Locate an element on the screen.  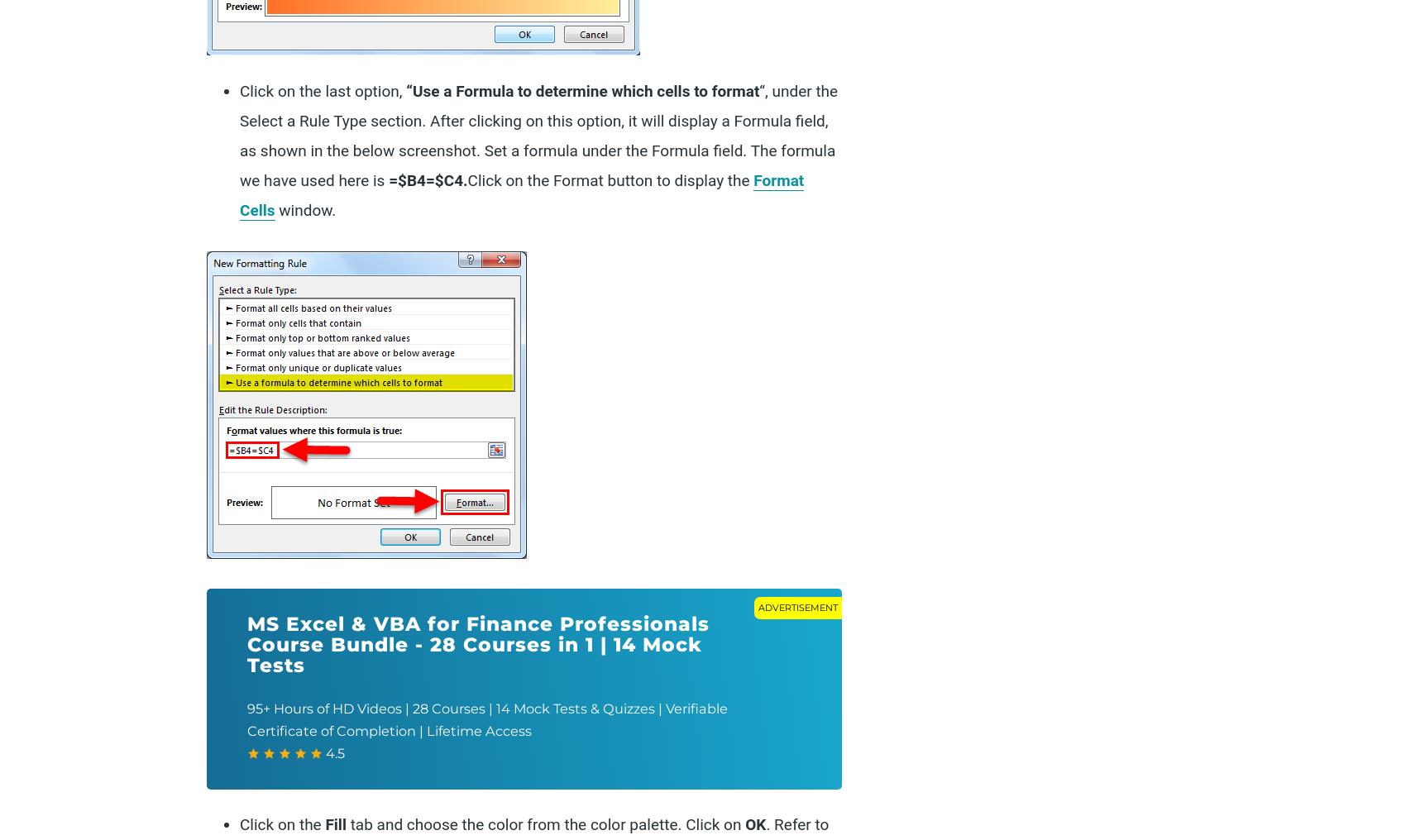
'window.' is located at coordinates (274, 210).